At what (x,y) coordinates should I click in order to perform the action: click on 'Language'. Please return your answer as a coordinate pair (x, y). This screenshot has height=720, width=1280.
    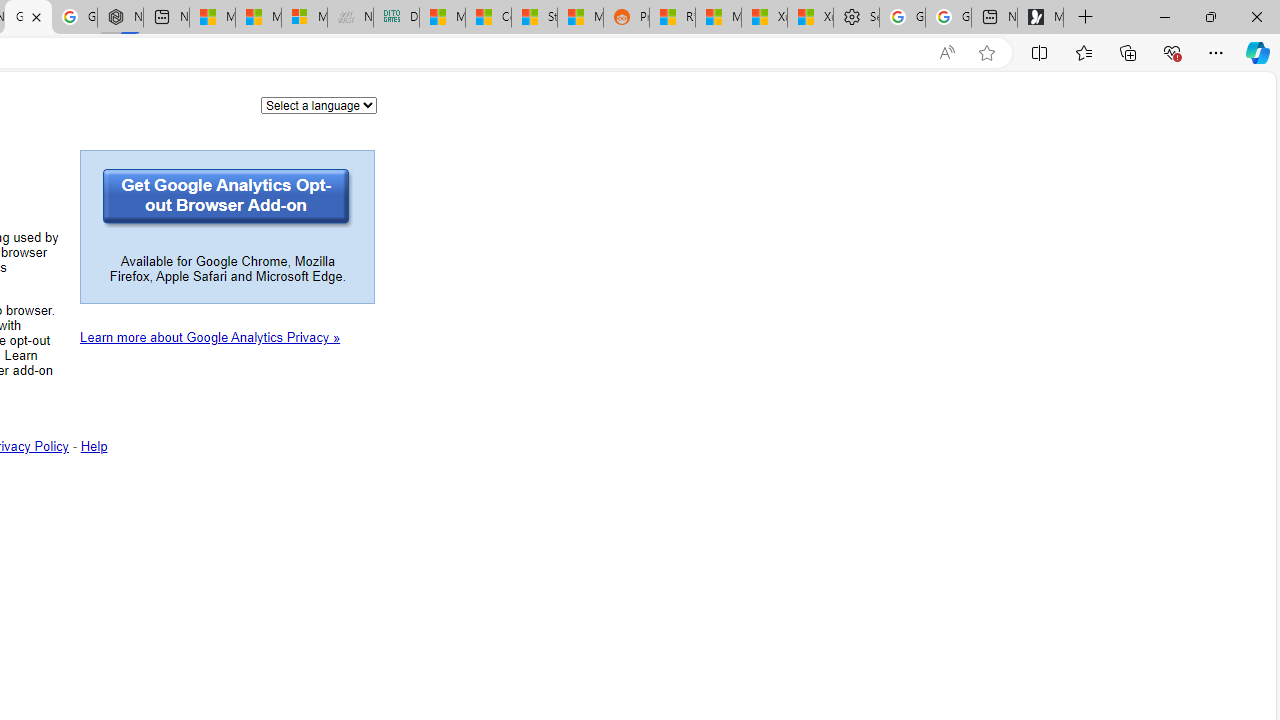
    Looking at the image, I should click on (318, 104).